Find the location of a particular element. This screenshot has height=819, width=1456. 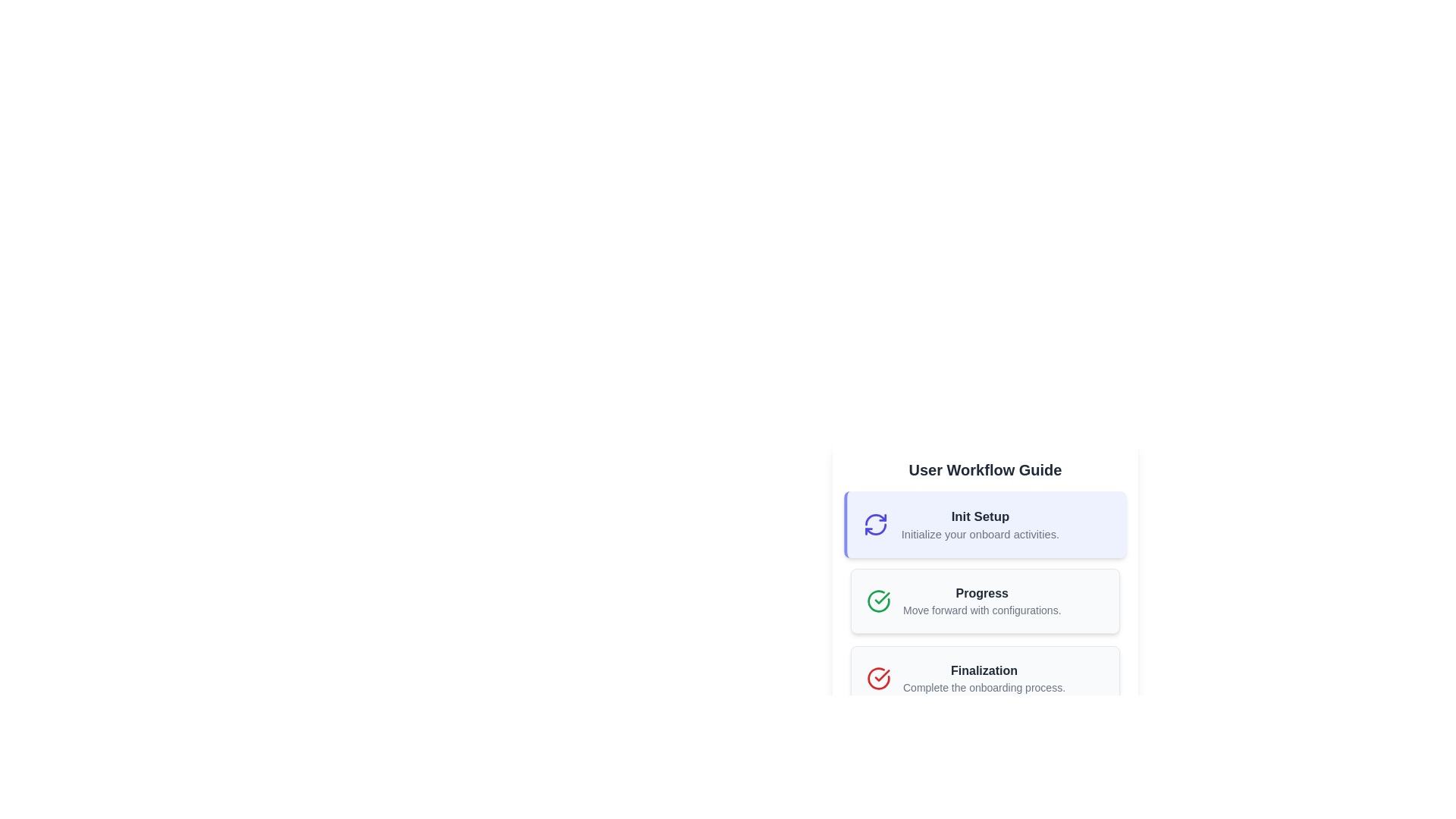

the checkmark icon indicating the completion of the 'Progress' step in the onboarding workflow is located at coordinates (882, 598).